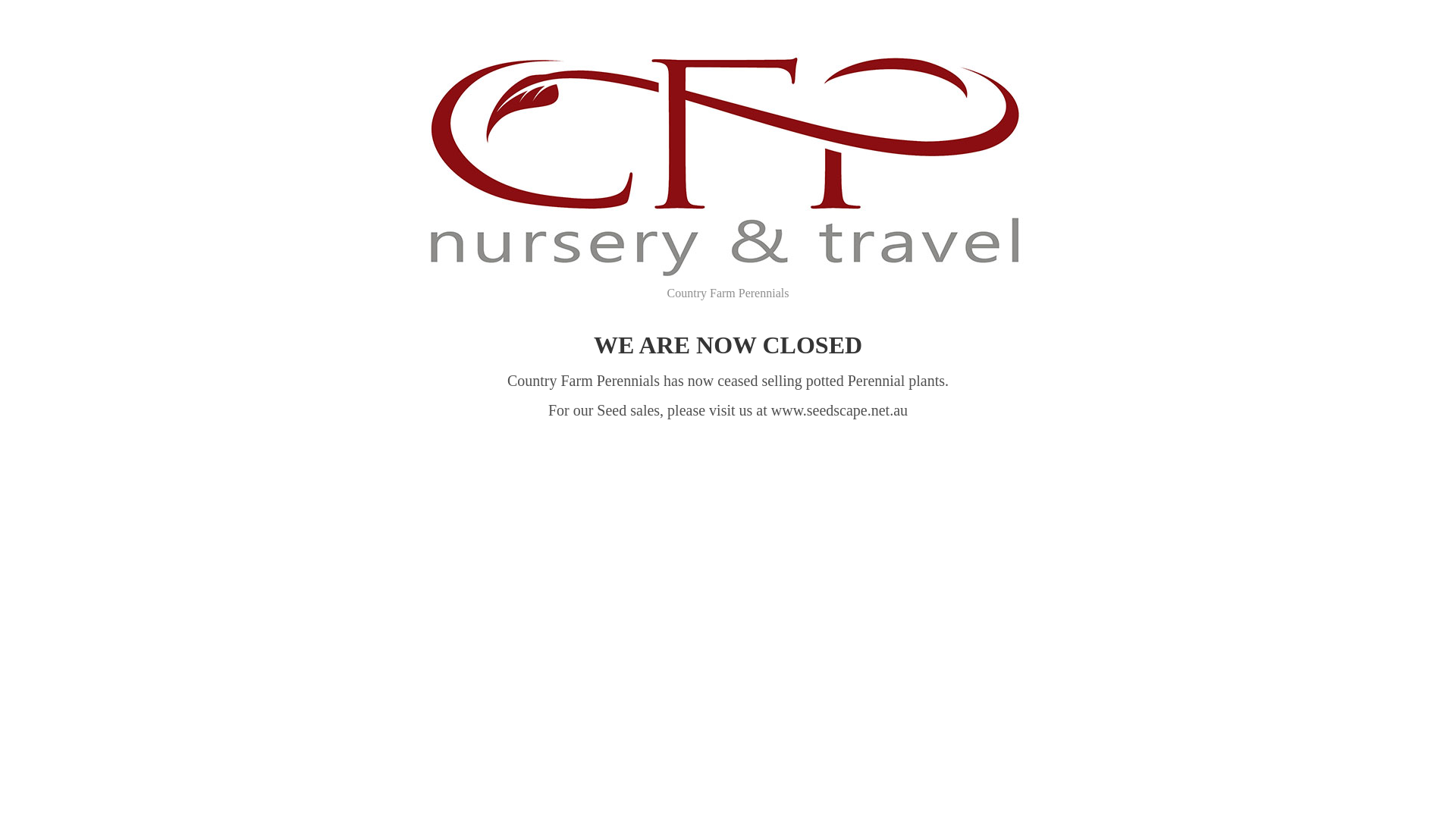 This screenshot has height=819, width=1456. Describe the element at coordinates (728, 176) in the screenshot. I see `'Country Farm Perennials'` at that location.